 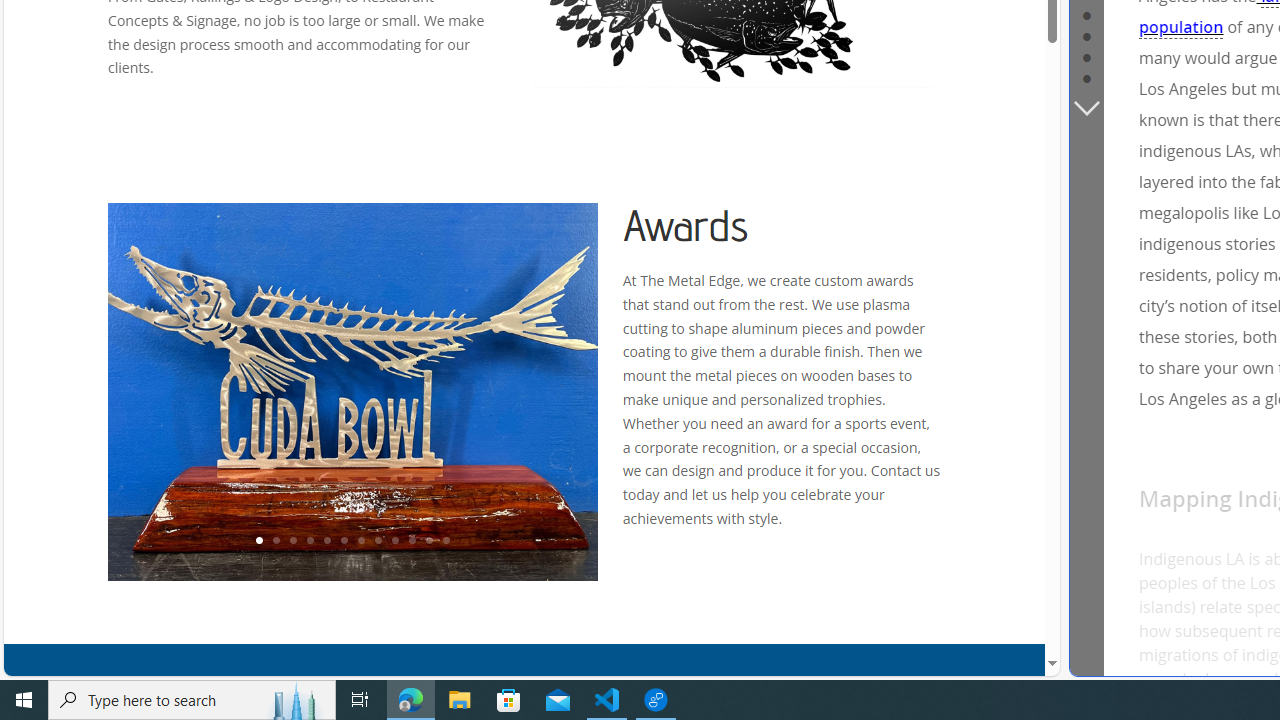 I want to click on '9', so click(x=394, y=541).